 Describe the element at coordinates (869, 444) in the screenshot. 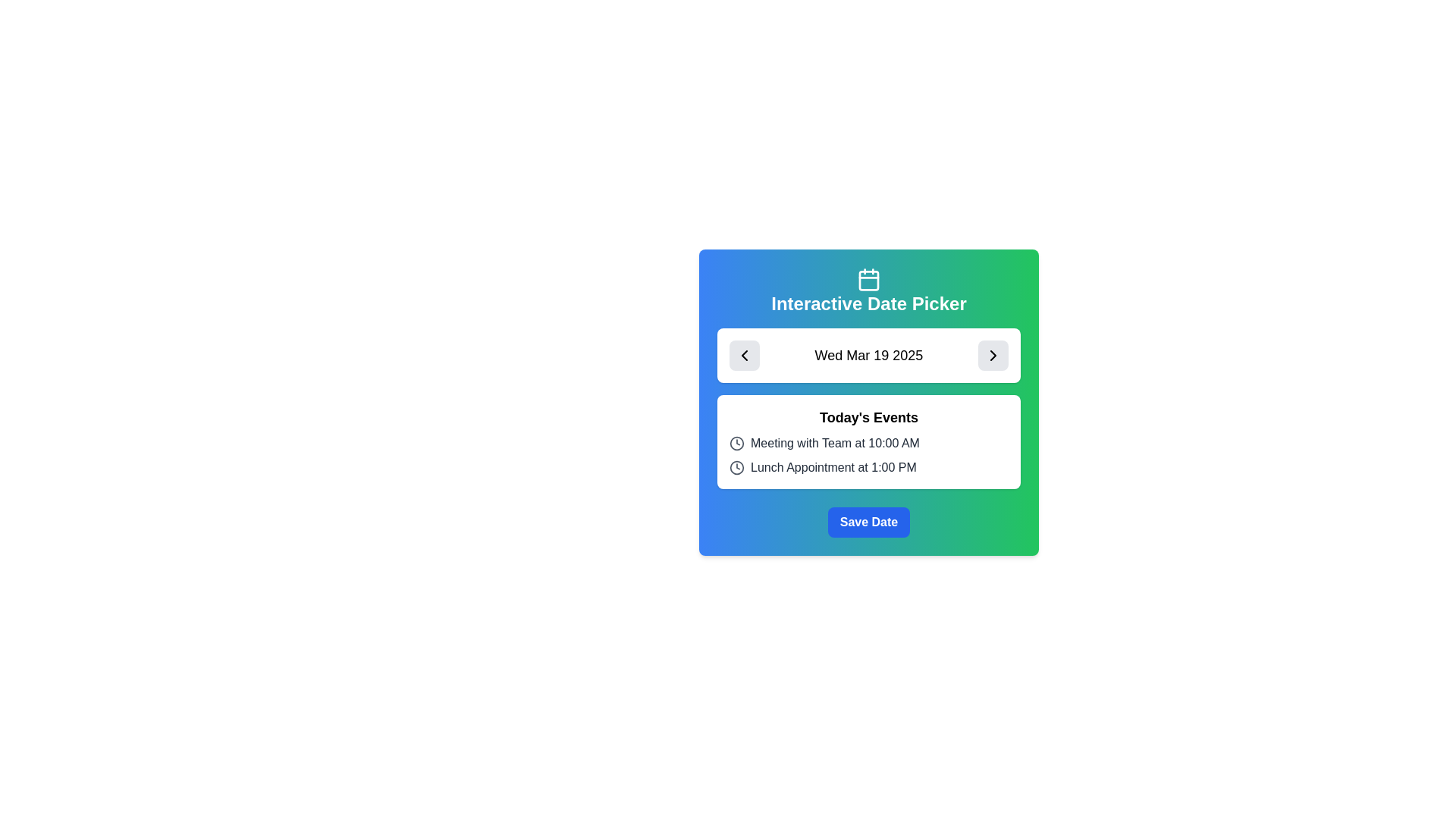

I see `the Text Label with Icon displaying 'Meeting with Team at 10:00 AM', which is the first item under 'Today's Events'` at that location.